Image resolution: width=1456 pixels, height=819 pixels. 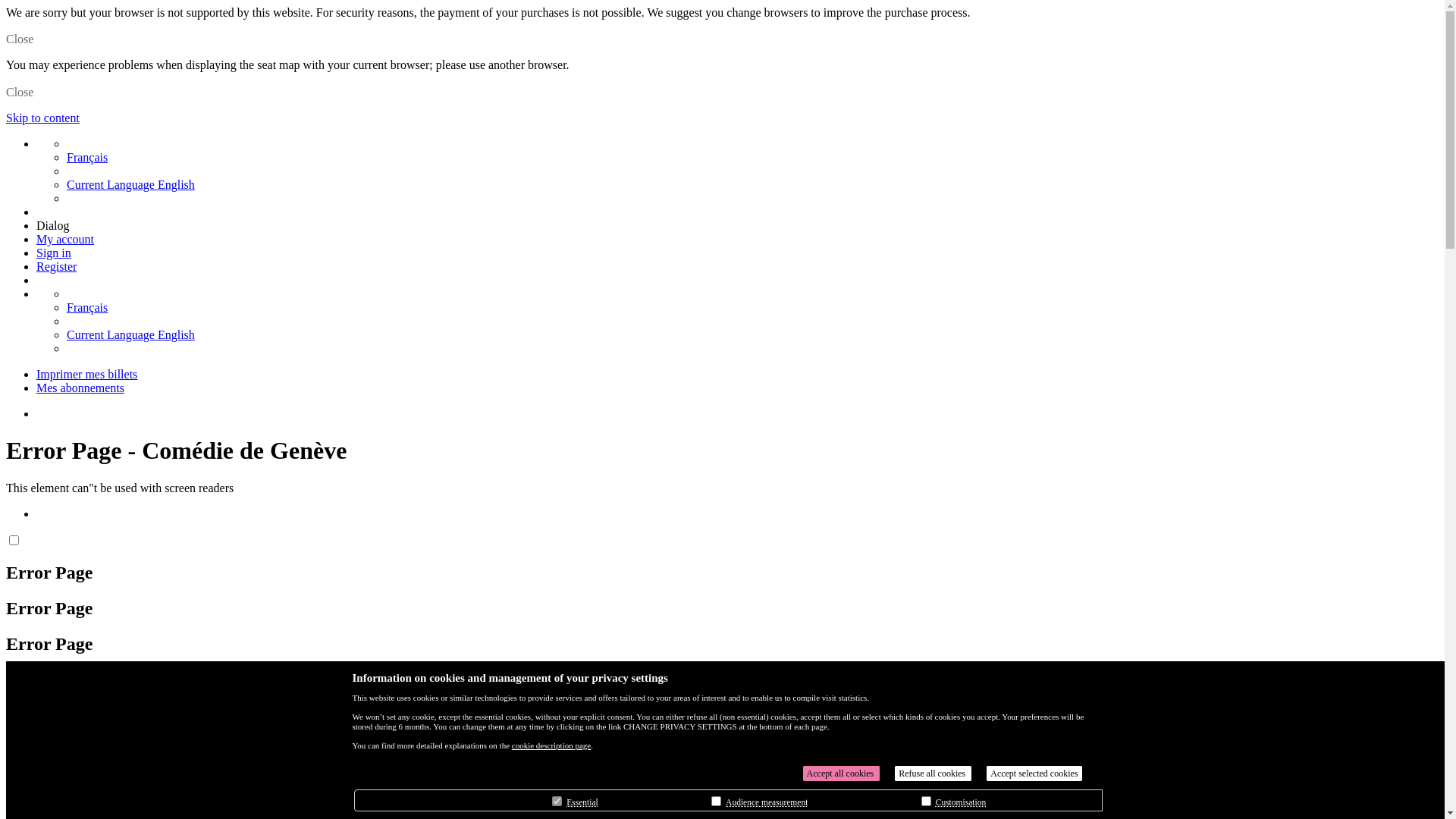 What do you see at coordinates (86, 374) in the screenshot?
I see `'Imprimer mes billets'` at bounding box center [86, 374].